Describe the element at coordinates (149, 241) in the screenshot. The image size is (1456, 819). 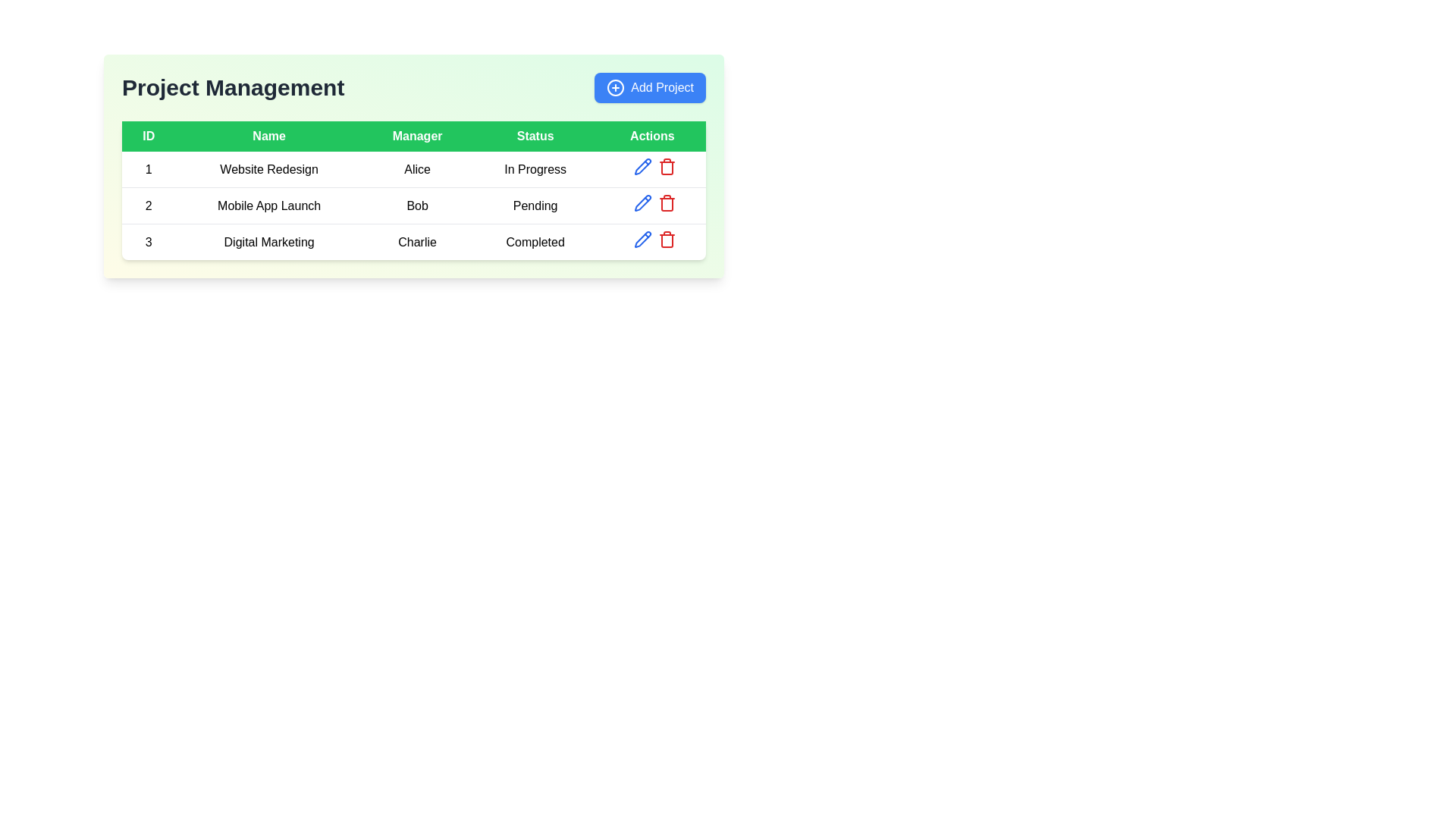
I see `value displayed in the Text Label showing the number '3', which is centered within its rectangular box under the 'ID' column of the project data table` at that location.